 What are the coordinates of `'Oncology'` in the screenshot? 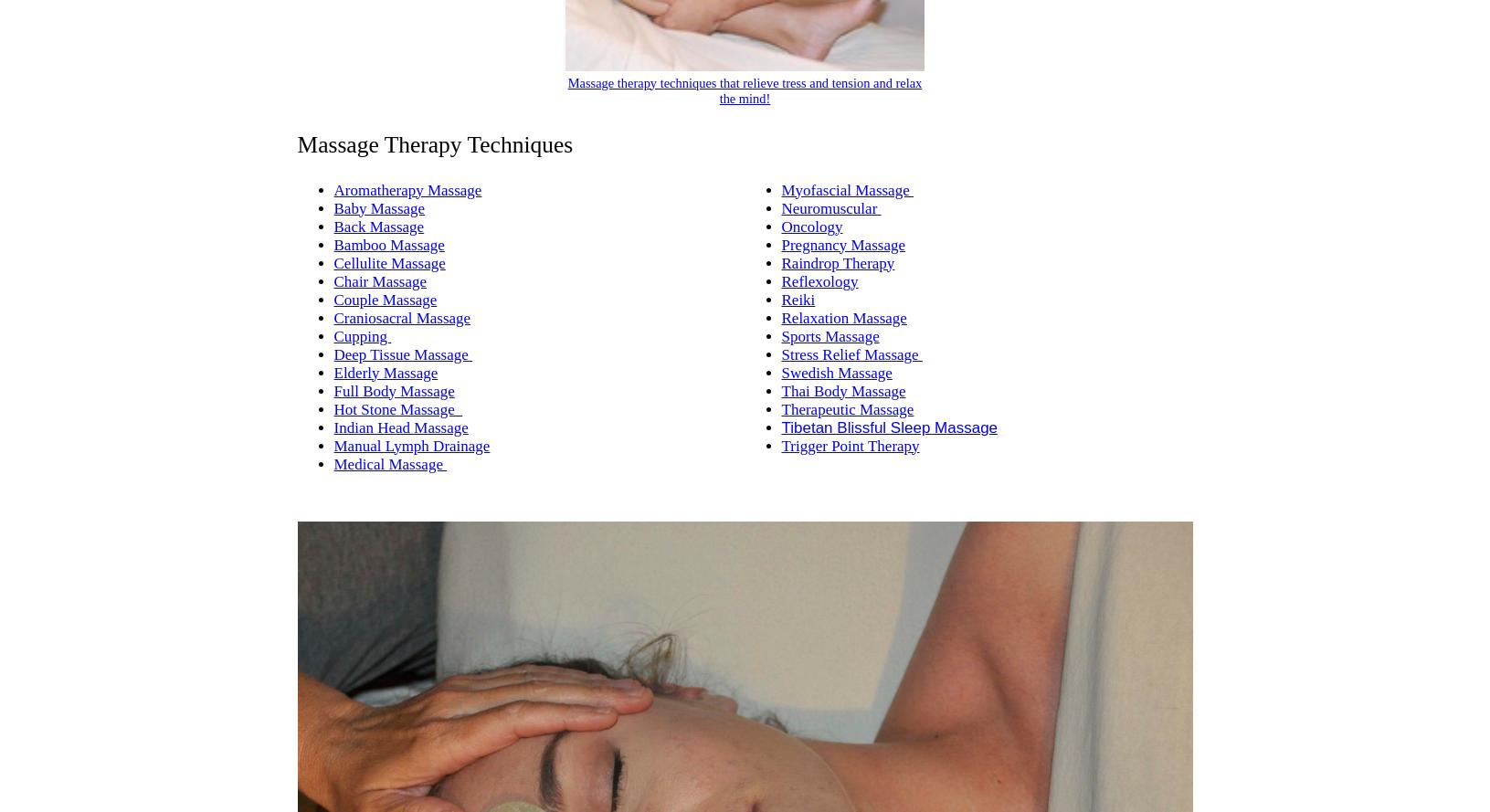 It's located at (811, 225).